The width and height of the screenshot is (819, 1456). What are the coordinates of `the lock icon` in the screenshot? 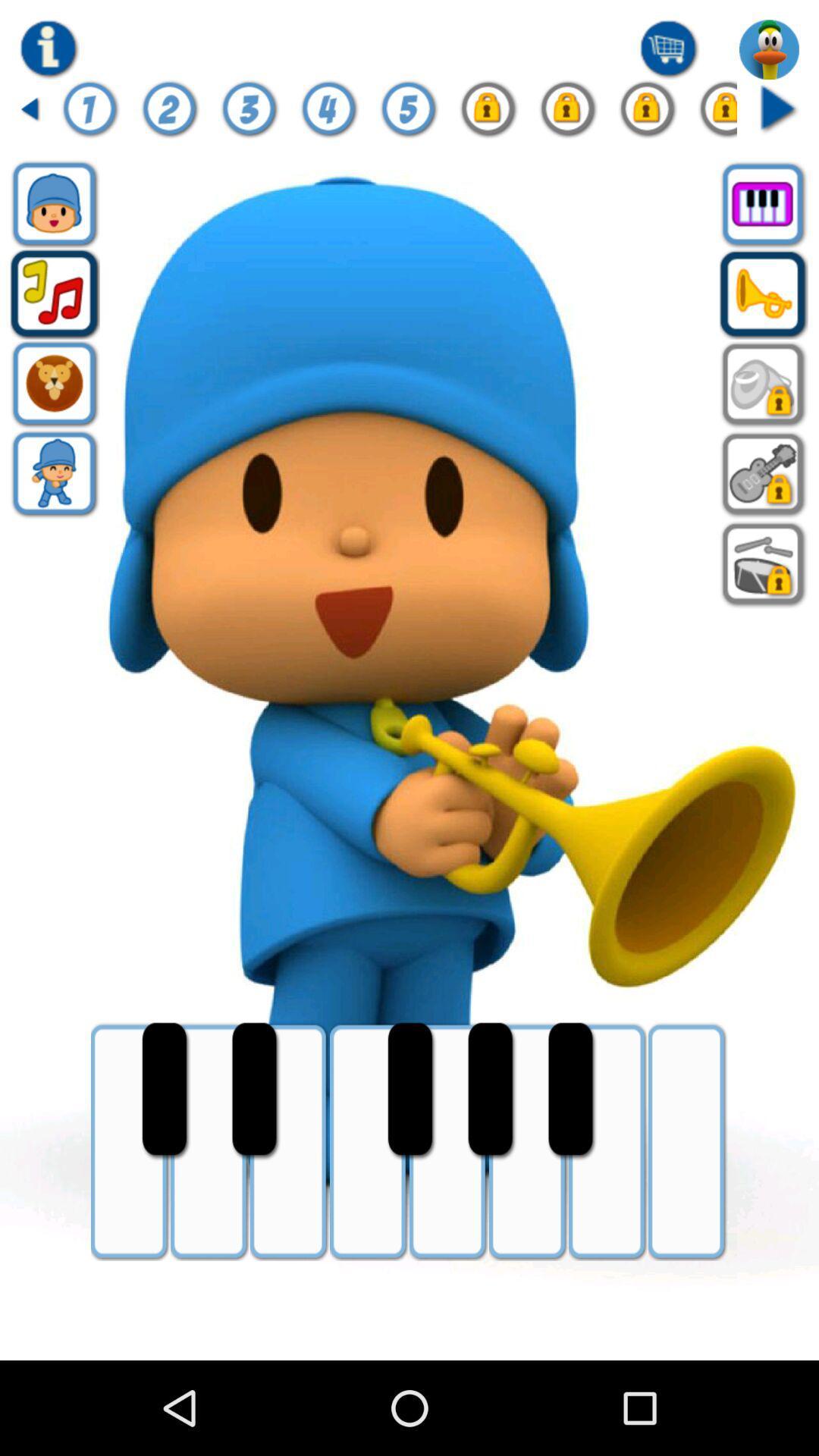 It's located at (764, 411).